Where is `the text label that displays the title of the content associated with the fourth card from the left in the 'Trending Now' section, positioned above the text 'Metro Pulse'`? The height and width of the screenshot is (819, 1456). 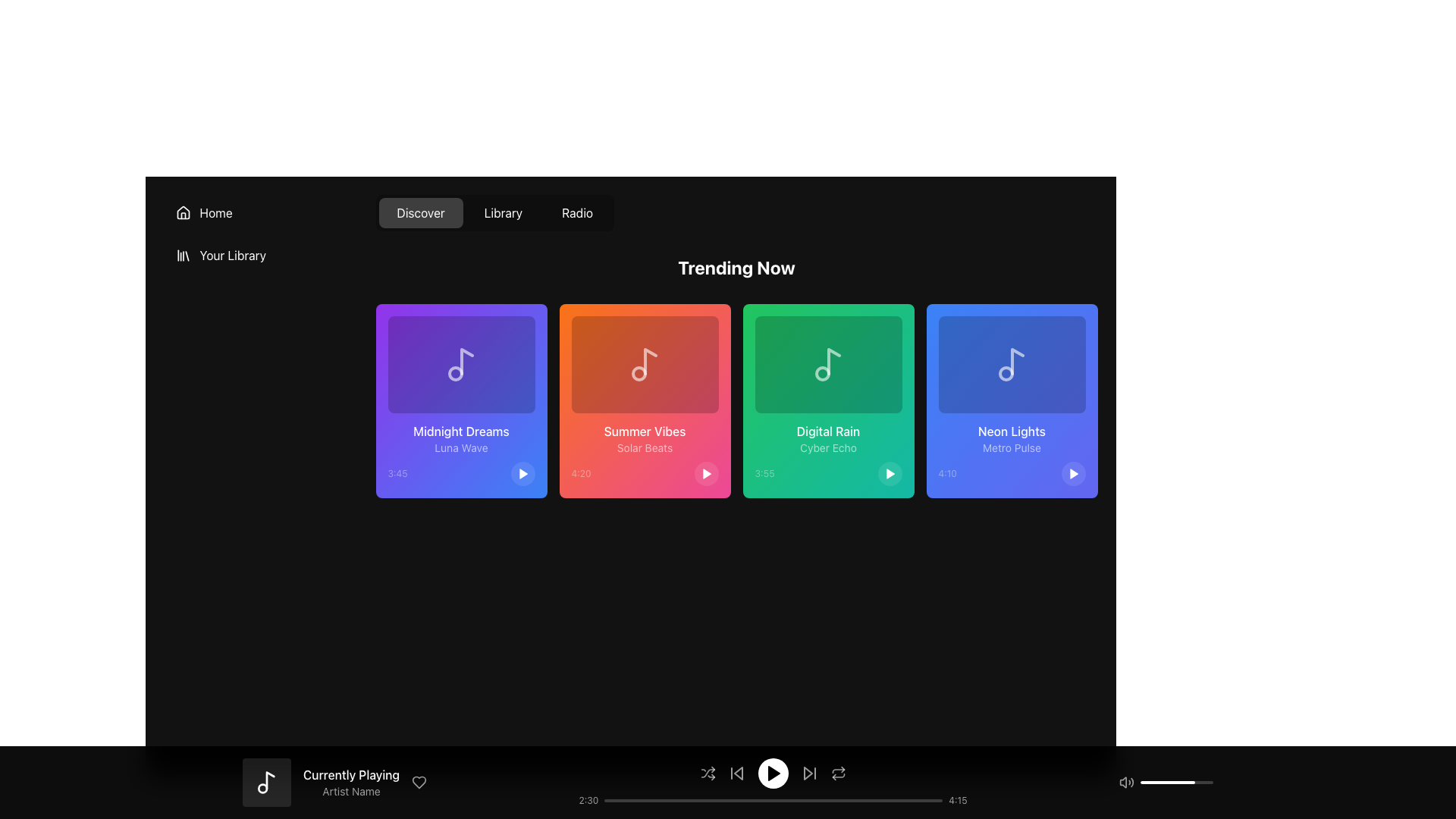 the text label that displays the title of the content associated with the fourth card from the left in the 'Trending Now' section, positioned above the text 'Metro Pulse' is located at coordinates (1012, 431).